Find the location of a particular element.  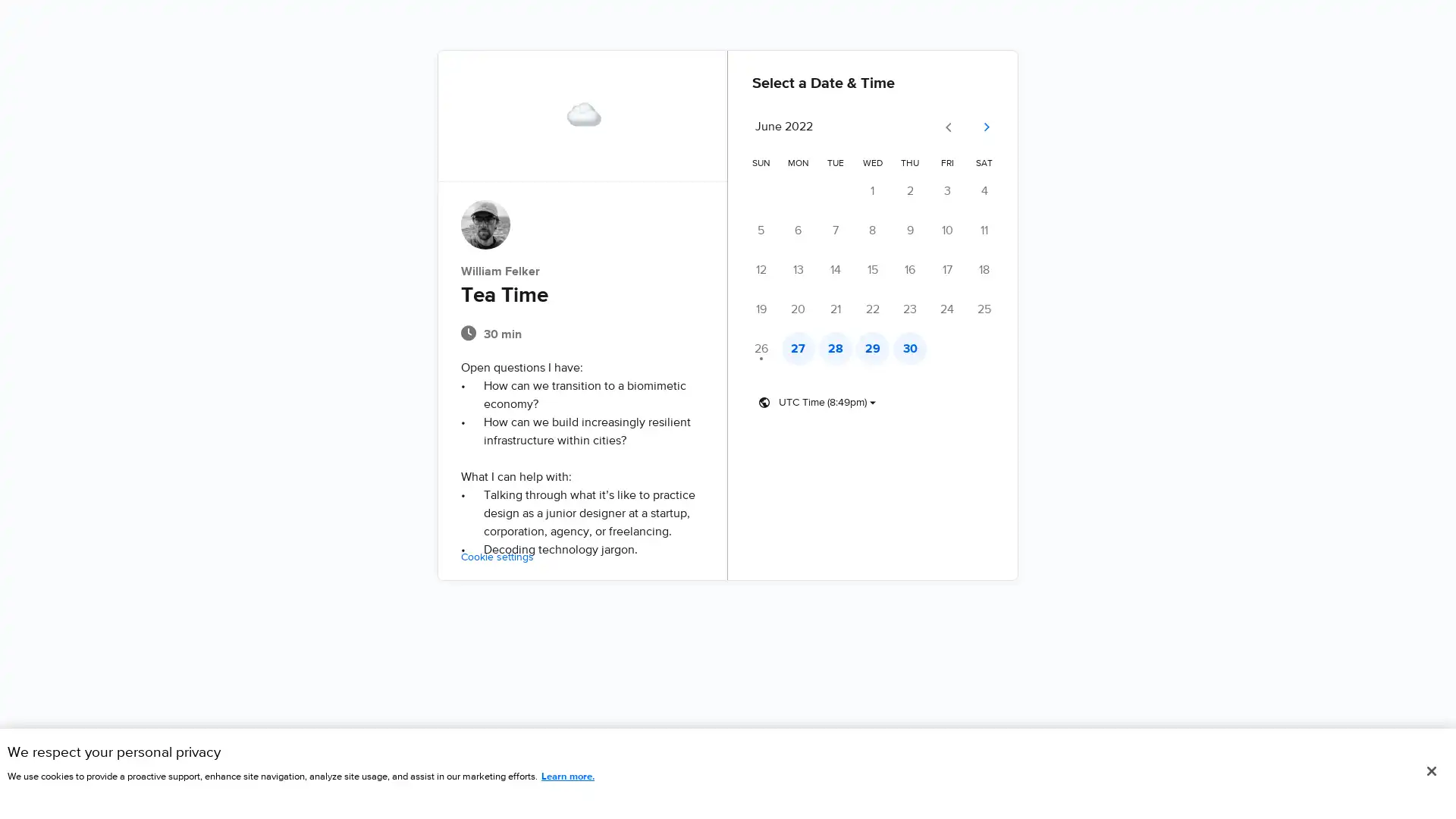

Tuesday, June 21 - No times available is located at coordinates (839, 309).